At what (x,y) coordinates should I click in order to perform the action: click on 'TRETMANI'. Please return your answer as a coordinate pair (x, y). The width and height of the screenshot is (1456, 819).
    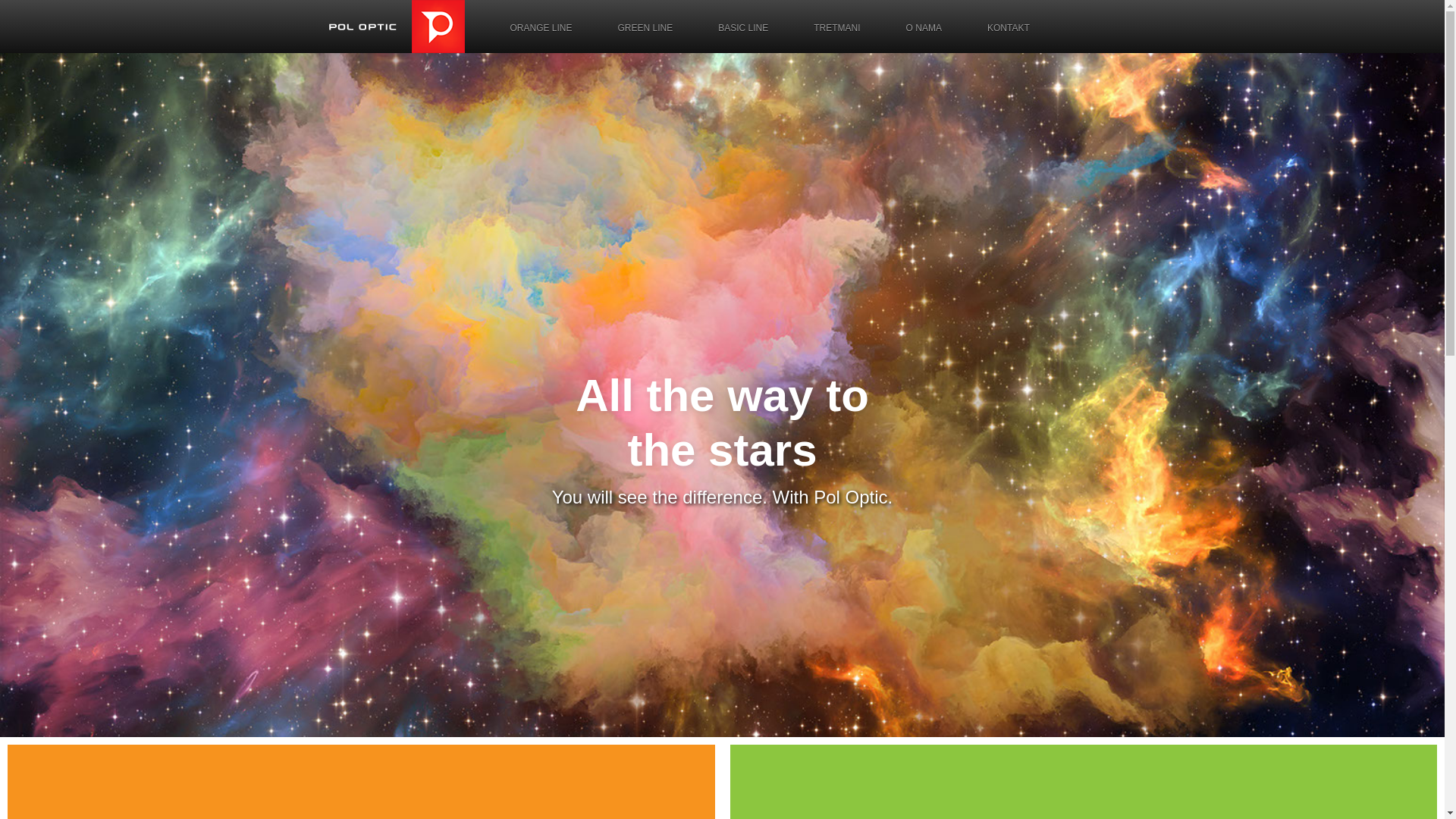
    Looking at the image, I should click on (836, 28).